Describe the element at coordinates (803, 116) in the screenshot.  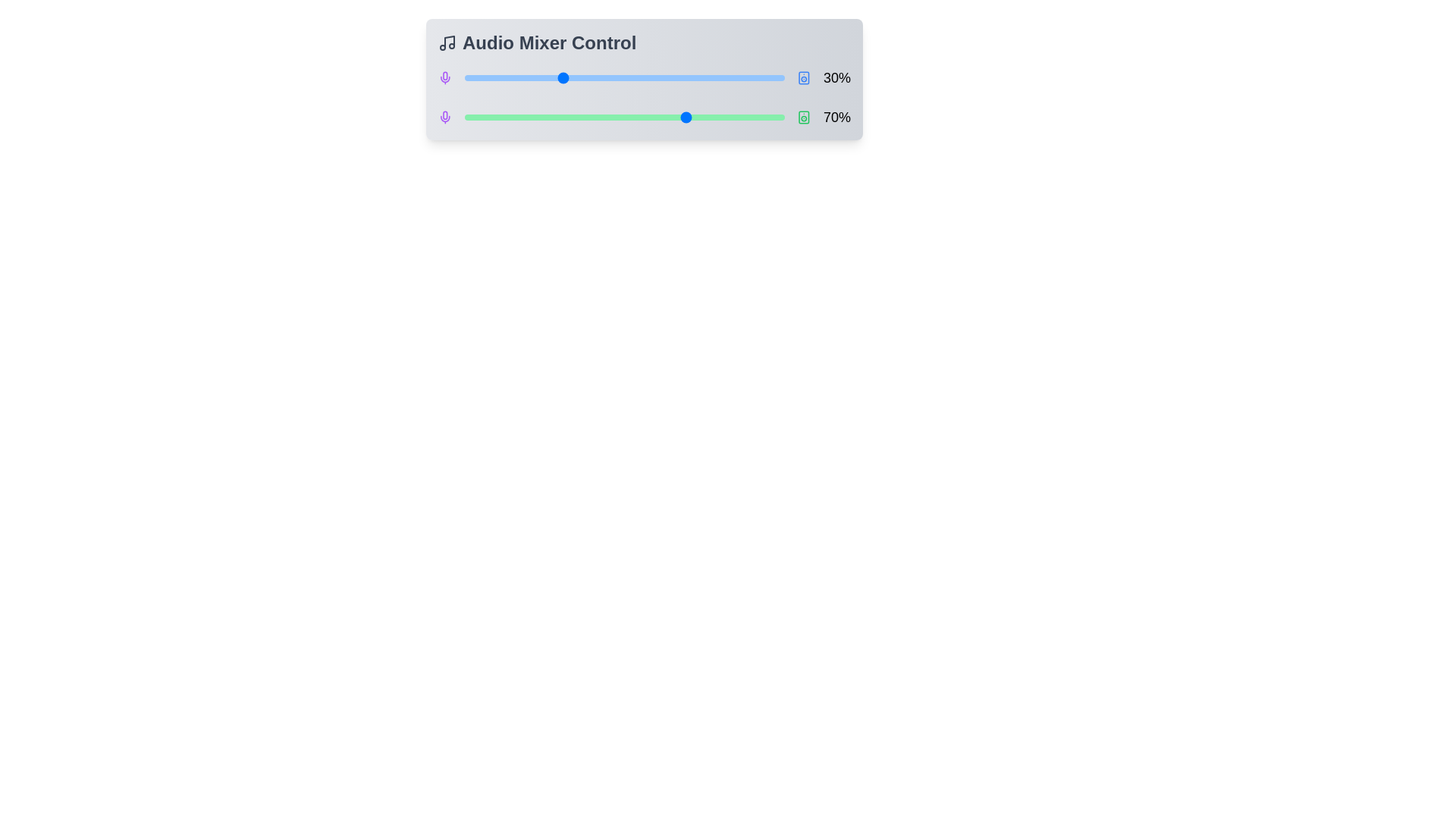
I see `the rectangular visual indicator element associated with the 'Audio Mixer Control' to engage with it` at that location.